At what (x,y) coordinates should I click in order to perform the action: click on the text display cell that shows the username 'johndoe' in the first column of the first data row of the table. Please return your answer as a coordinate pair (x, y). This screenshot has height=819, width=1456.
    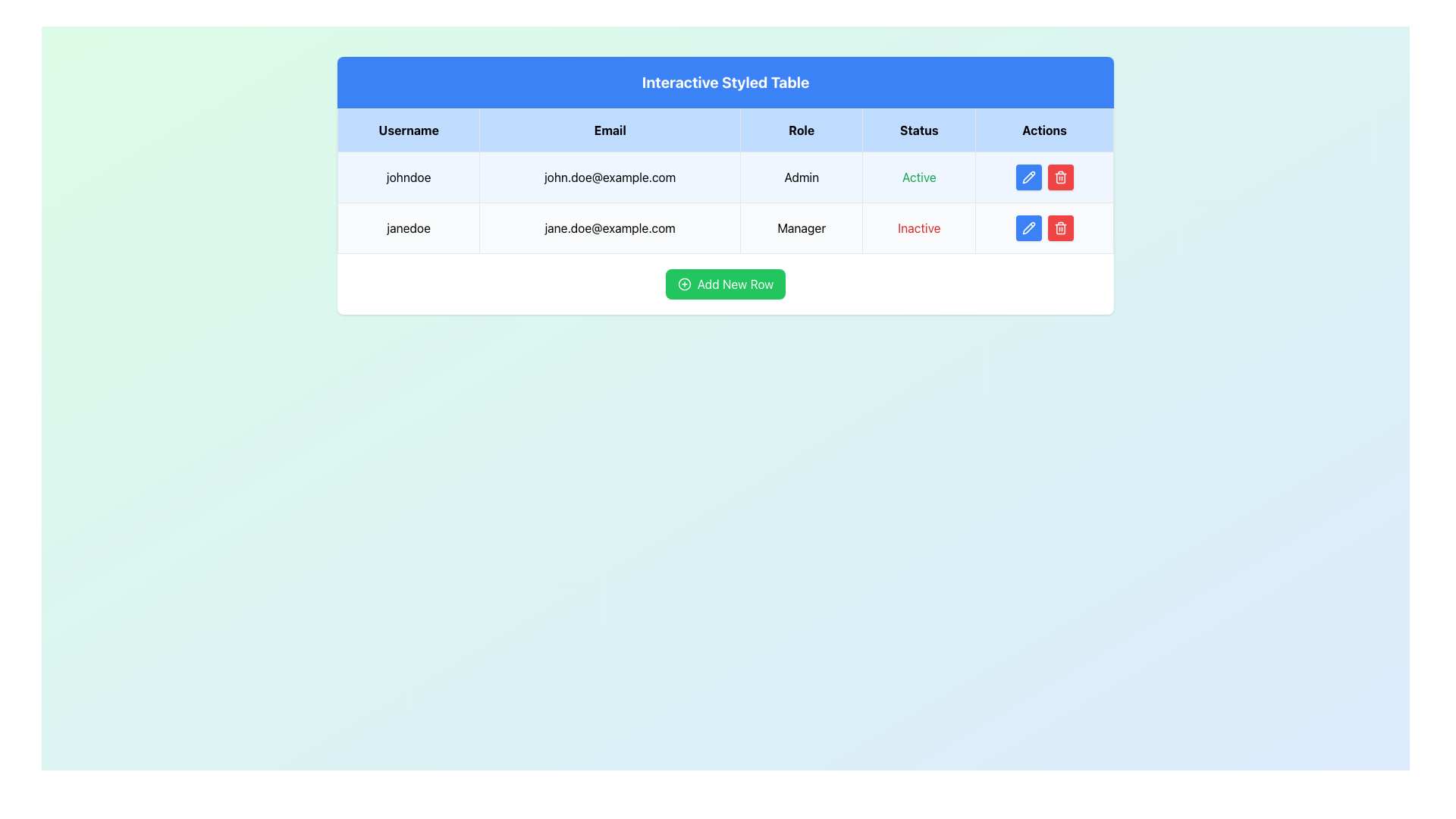
    Looking at the image, I should click on (409, 177).